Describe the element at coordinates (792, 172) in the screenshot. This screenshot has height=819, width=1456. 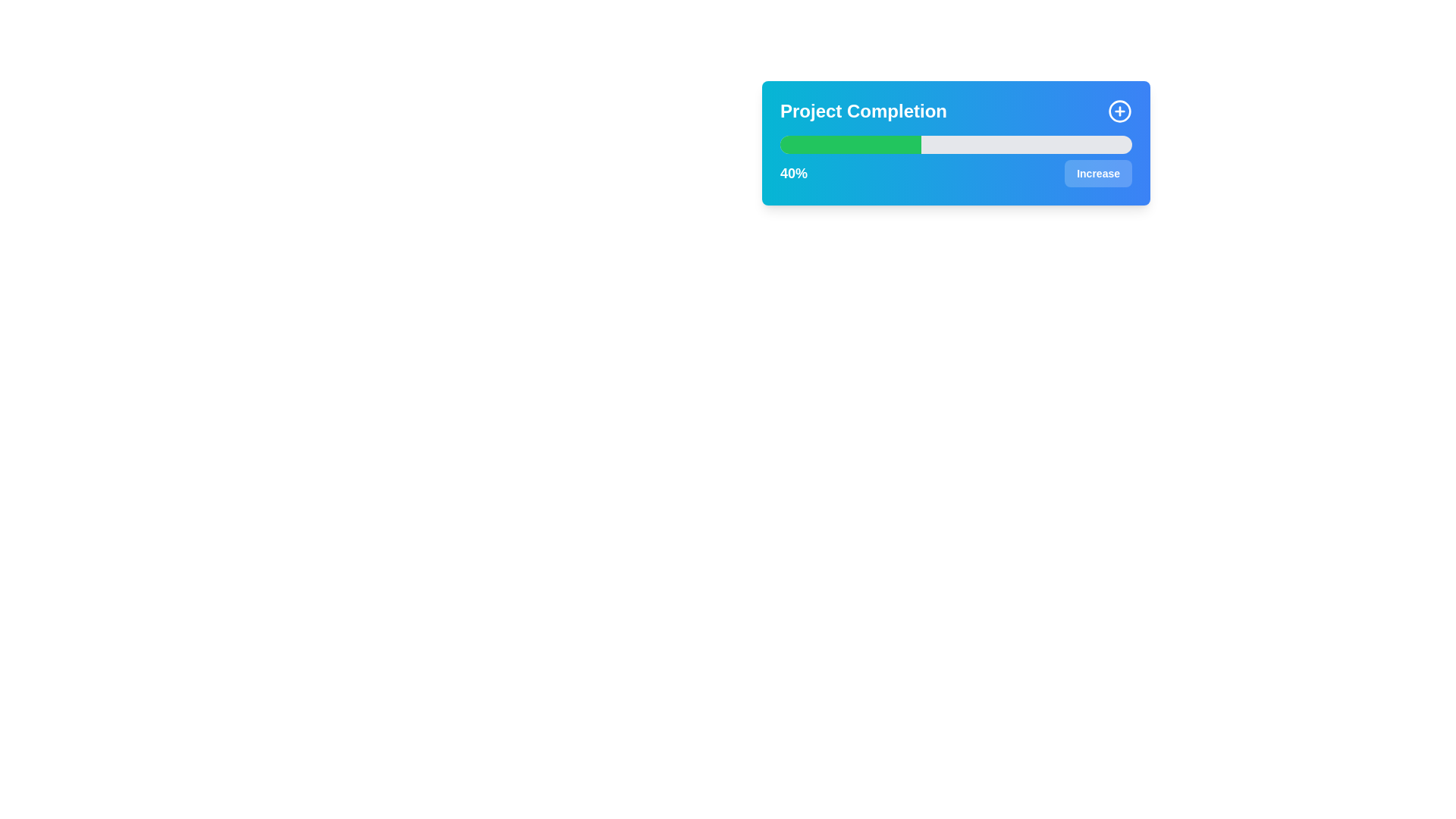
I see `current percentage value displayed in the Label on the left side of the 'Project Completion' card, preceding the 'Increase' button` at that location.